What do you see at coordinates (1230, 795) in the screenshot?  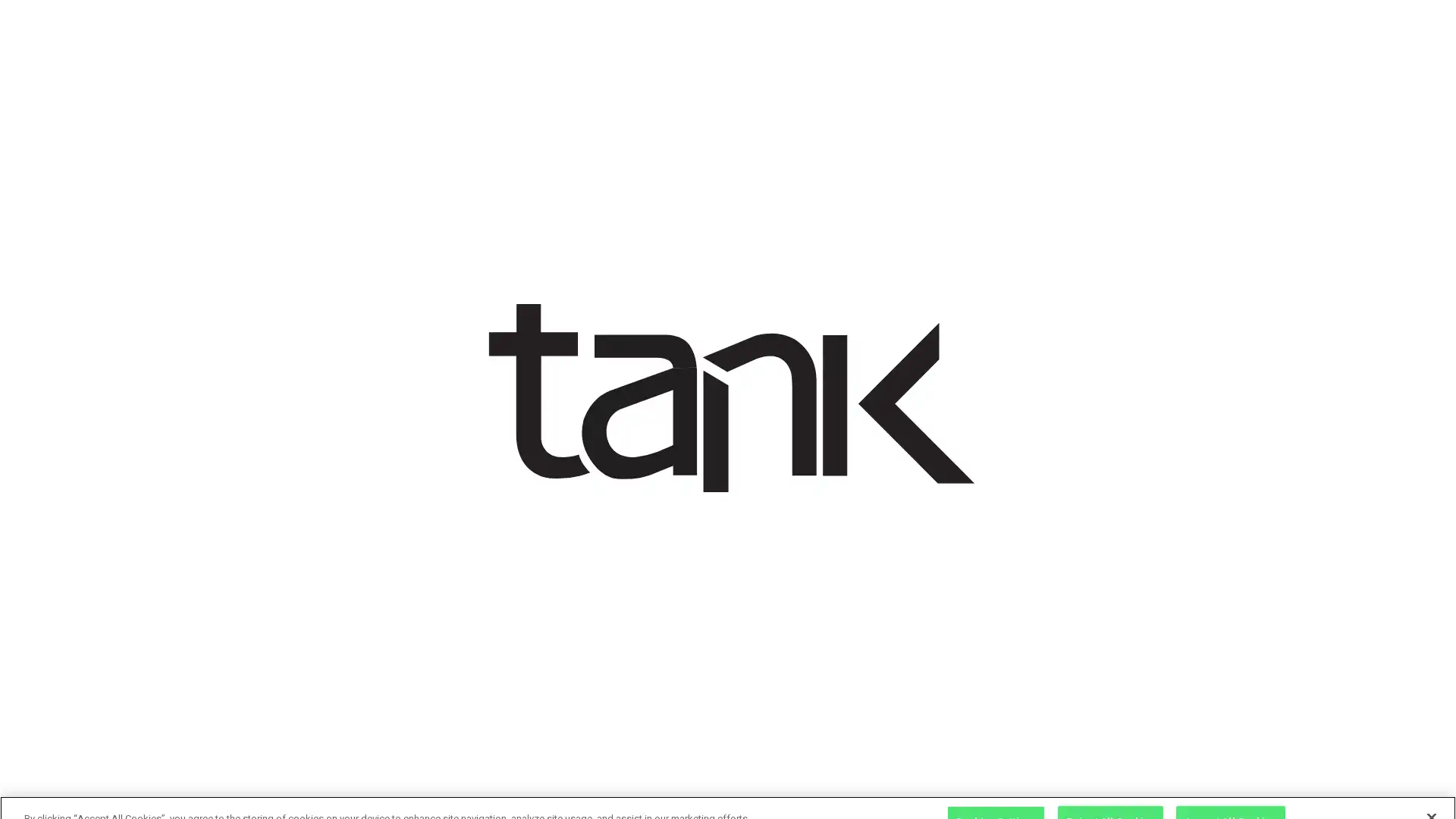 I see `Accept All Cookies` at bounding box center [1230, 795].